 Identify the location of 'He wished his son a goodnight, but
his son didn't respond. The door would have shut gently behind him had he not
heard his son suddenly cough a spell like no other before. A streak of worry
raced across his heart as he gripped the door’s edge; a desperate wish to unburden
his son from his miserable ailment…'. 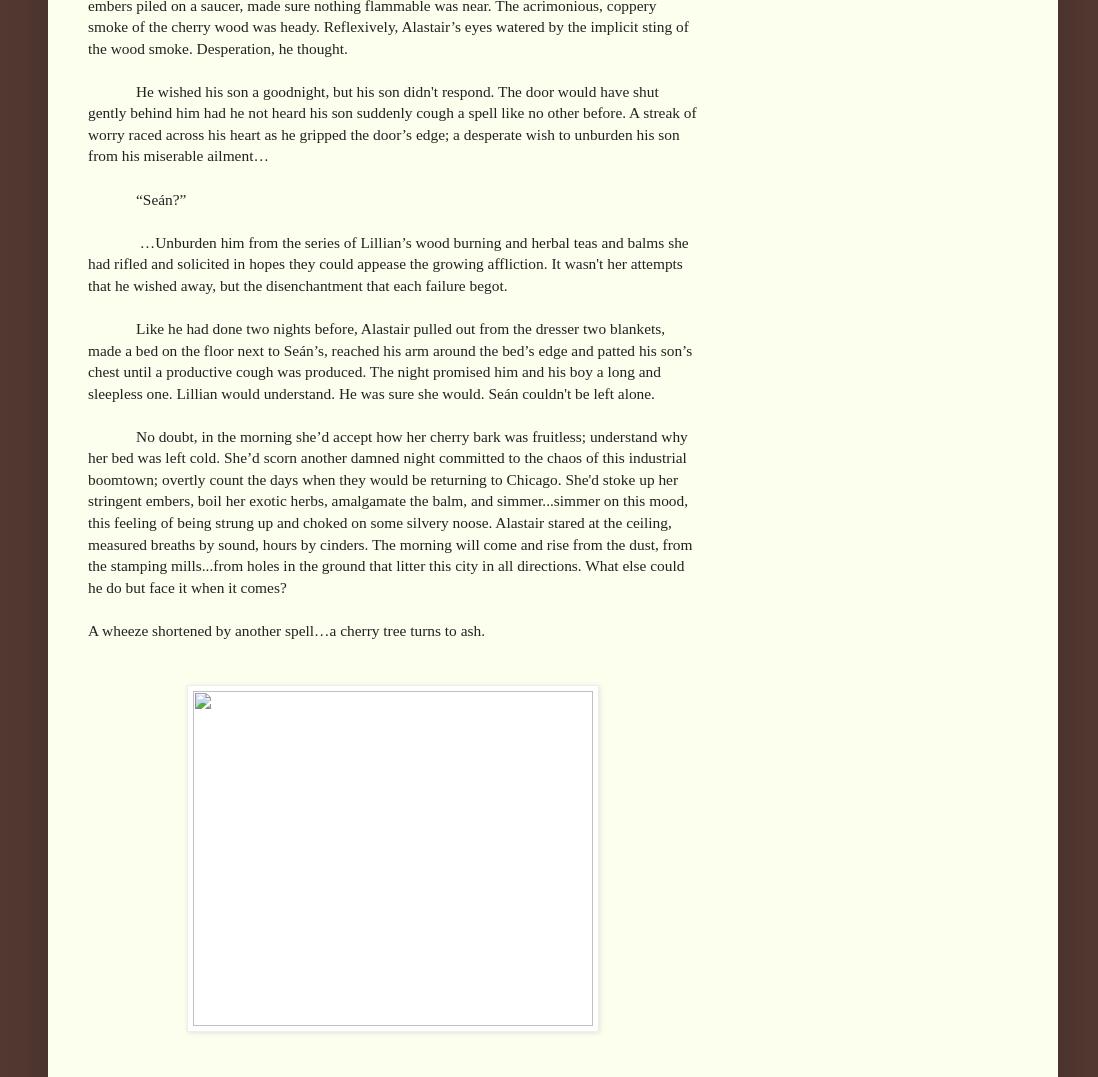
(390, 121).